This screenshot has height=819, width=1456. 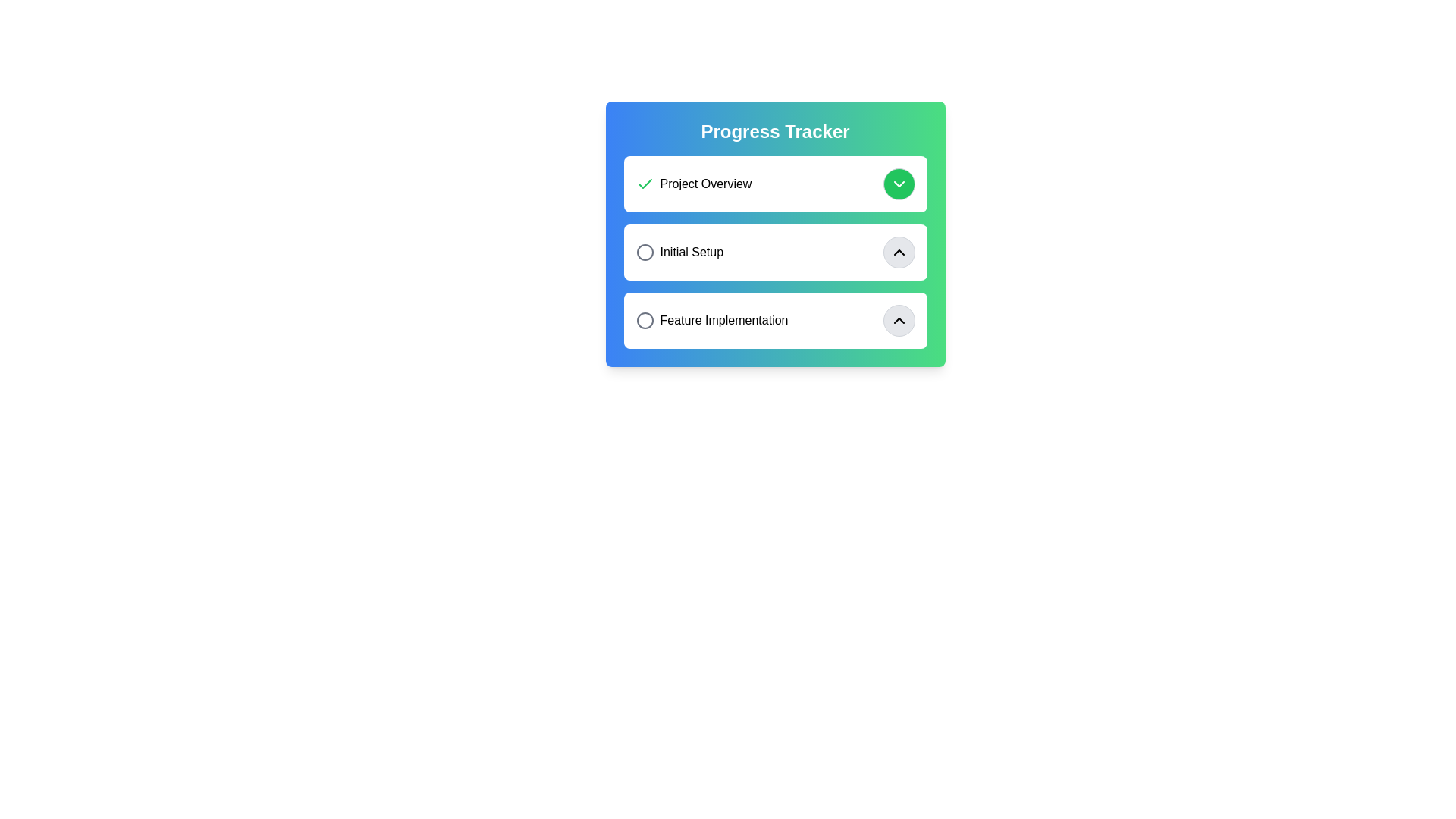 I want to click on the green checkmark icon located to the left of the 'Project Overview' text in the progress tracker interface, so click(x=645, y=184).